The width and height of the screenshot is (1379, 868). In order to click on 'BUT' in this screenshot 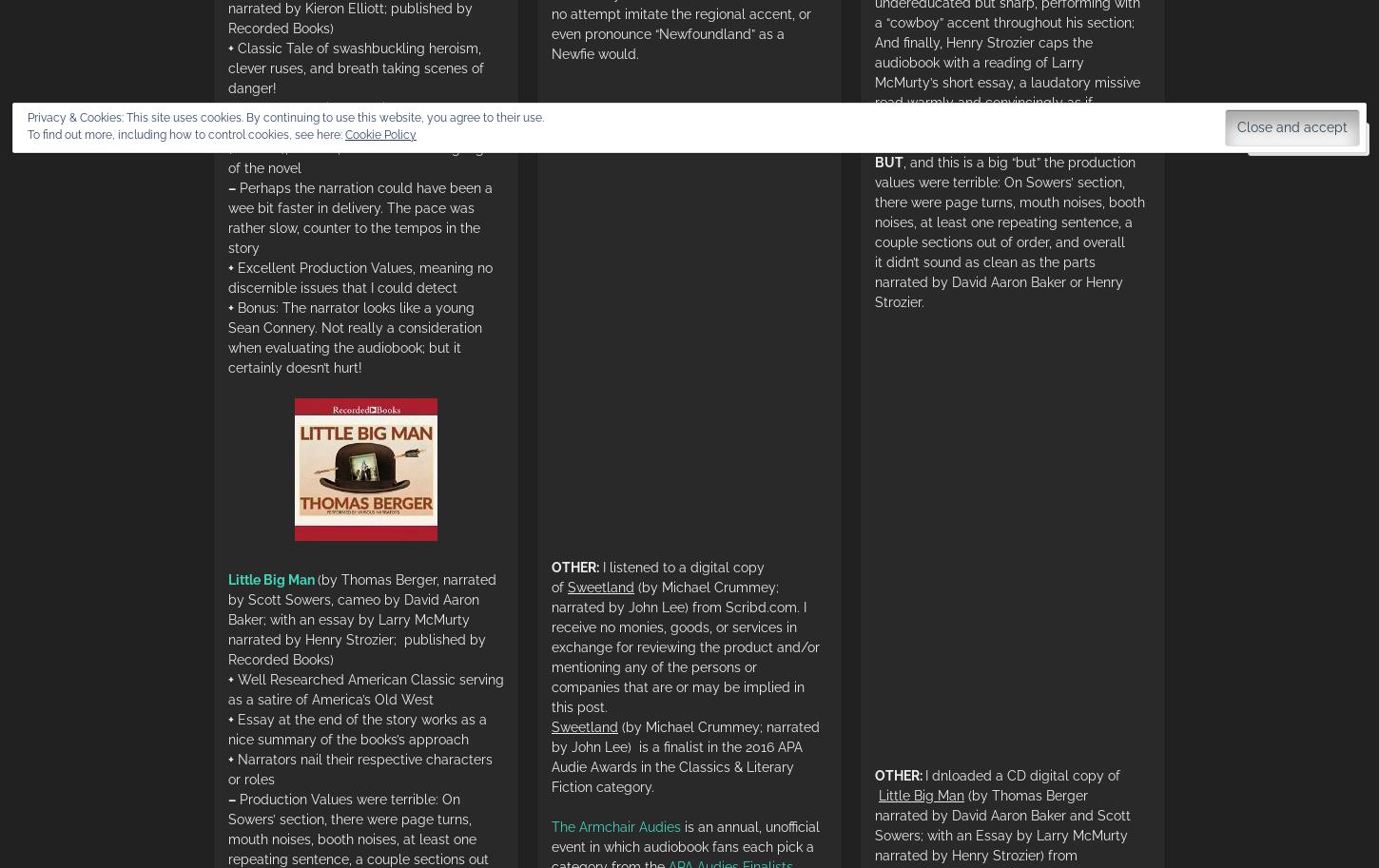, I will do `click(887, 162)`.